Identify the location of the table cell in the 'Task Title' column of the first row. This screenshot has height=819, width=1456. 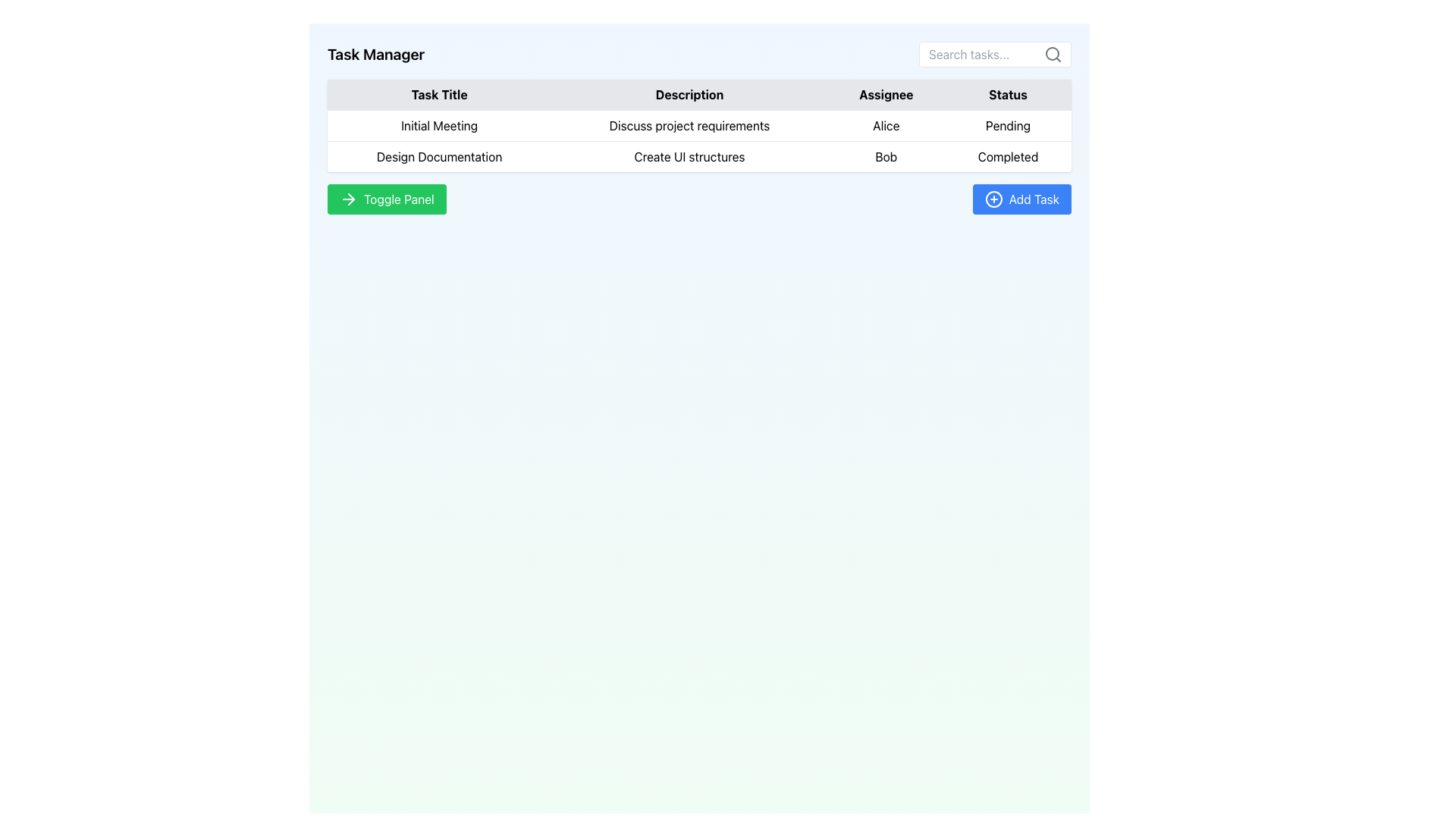
(438, 124).